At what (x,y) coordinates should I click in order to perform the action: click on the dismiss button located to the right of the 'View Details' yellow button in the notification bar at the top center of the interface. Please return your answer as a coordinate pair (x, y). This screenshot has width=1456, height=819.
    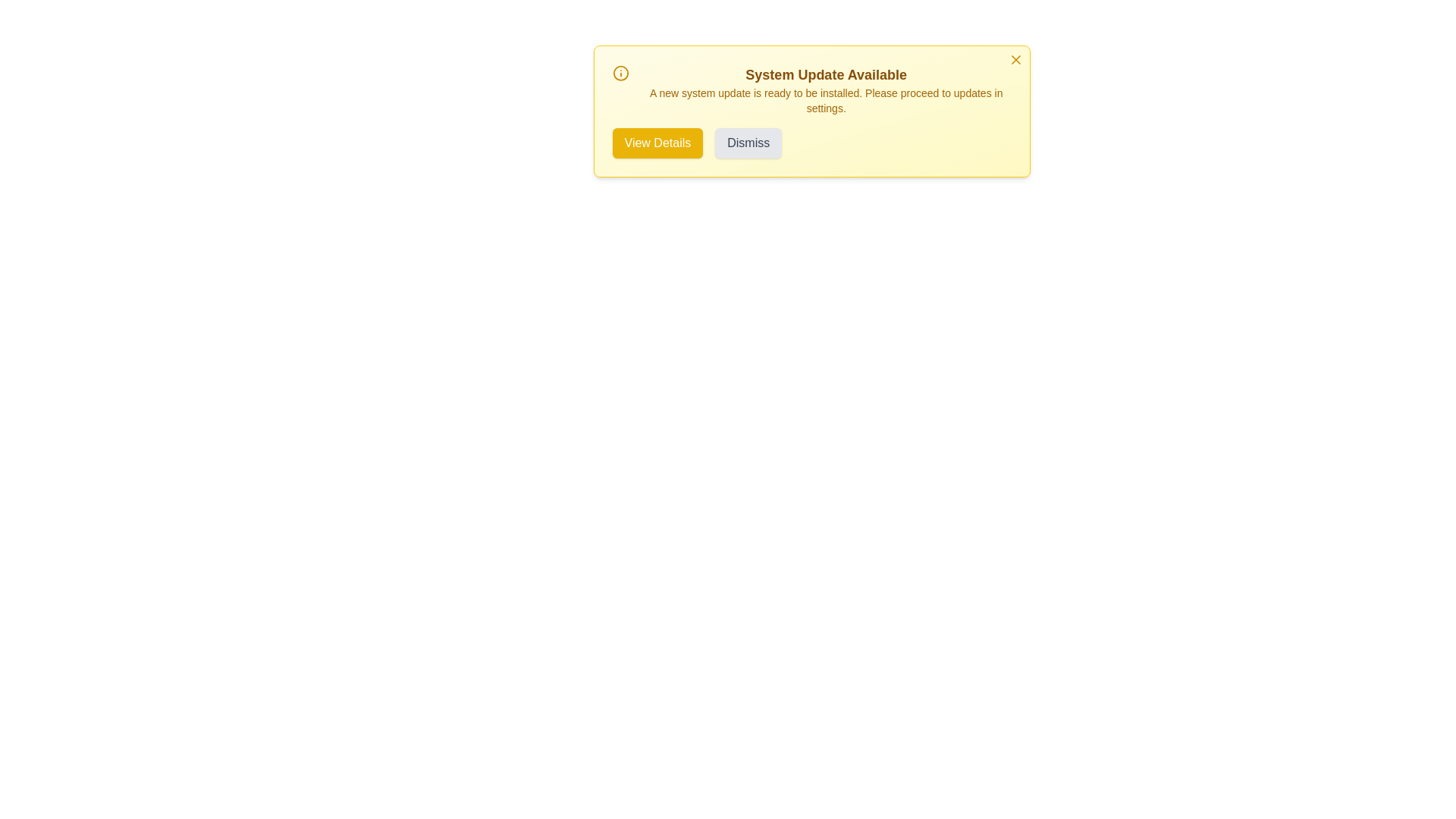
    Looking at the image, I should click on (748, 143).